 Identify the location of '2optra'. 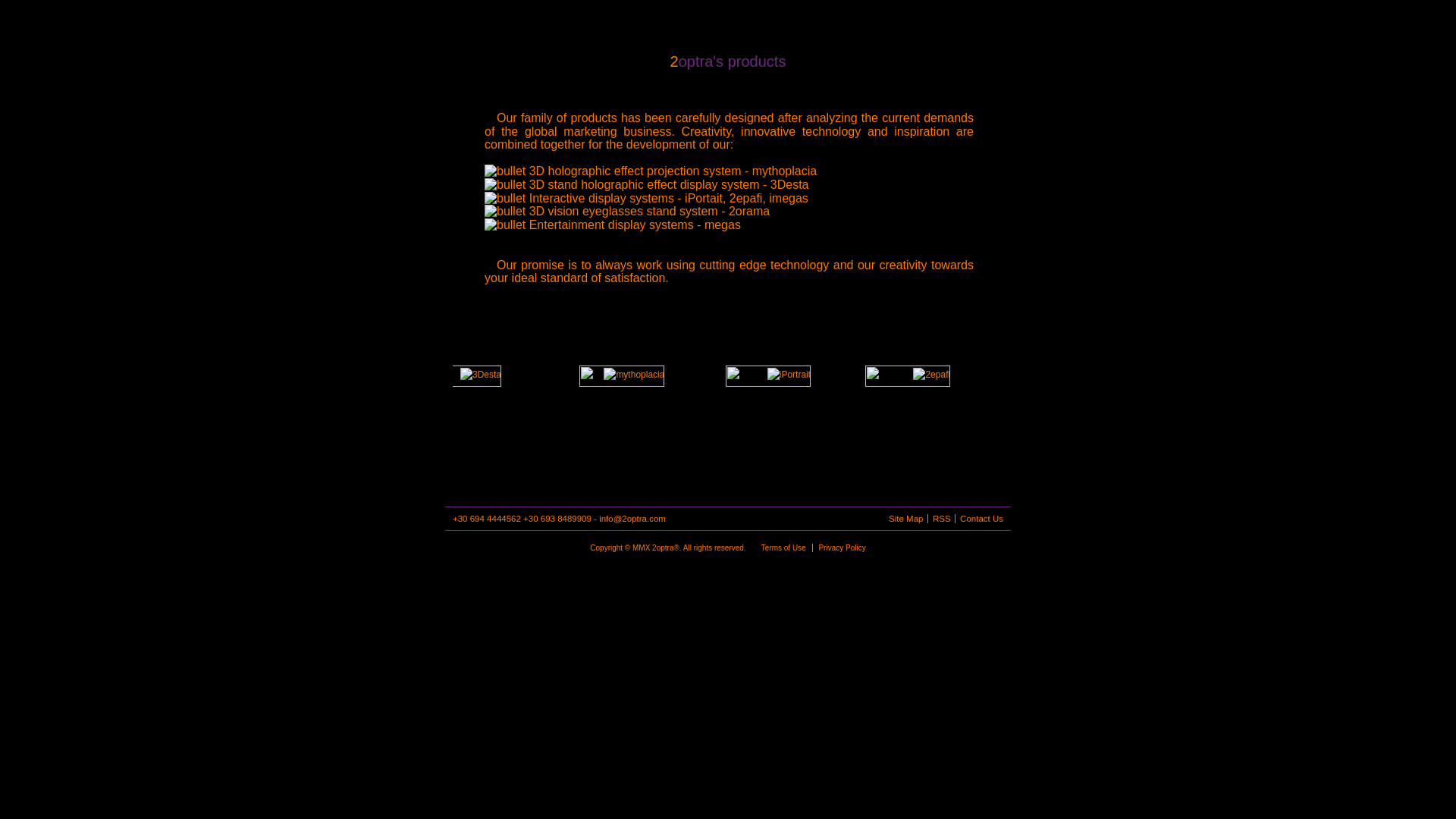
(488, 20).